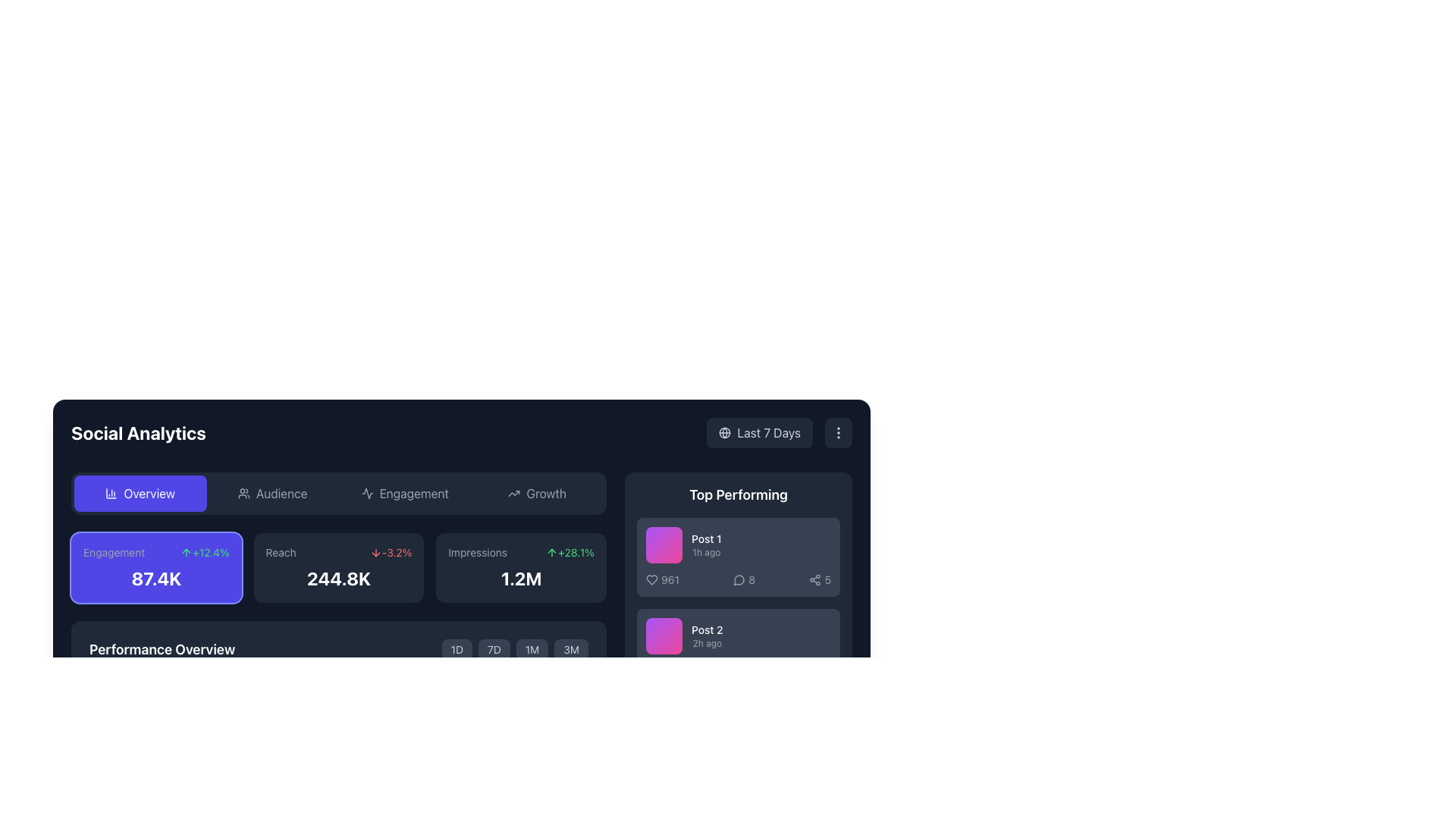 This screenshot has height=819, width=1456. I want to click on the 'Audience' button in the navigation component to potentially trigger a tooltip or visual effect, so click(272, 494).